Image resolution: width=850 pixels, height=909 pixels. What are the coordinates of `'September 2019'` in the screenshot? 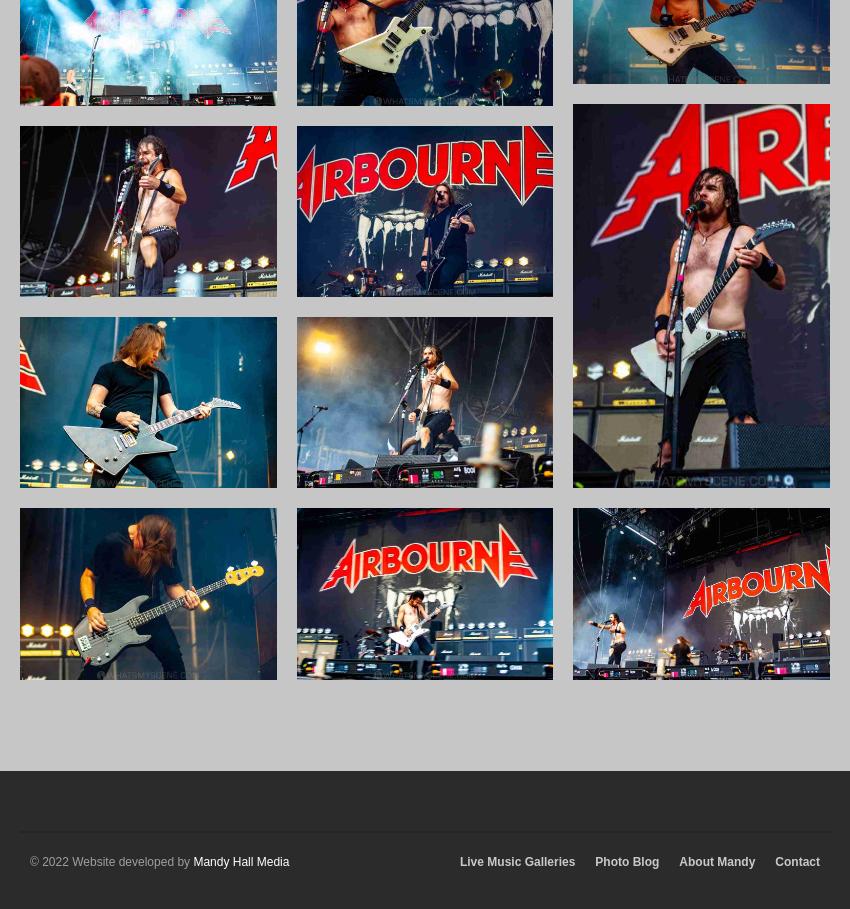 It's located at (682, 157).